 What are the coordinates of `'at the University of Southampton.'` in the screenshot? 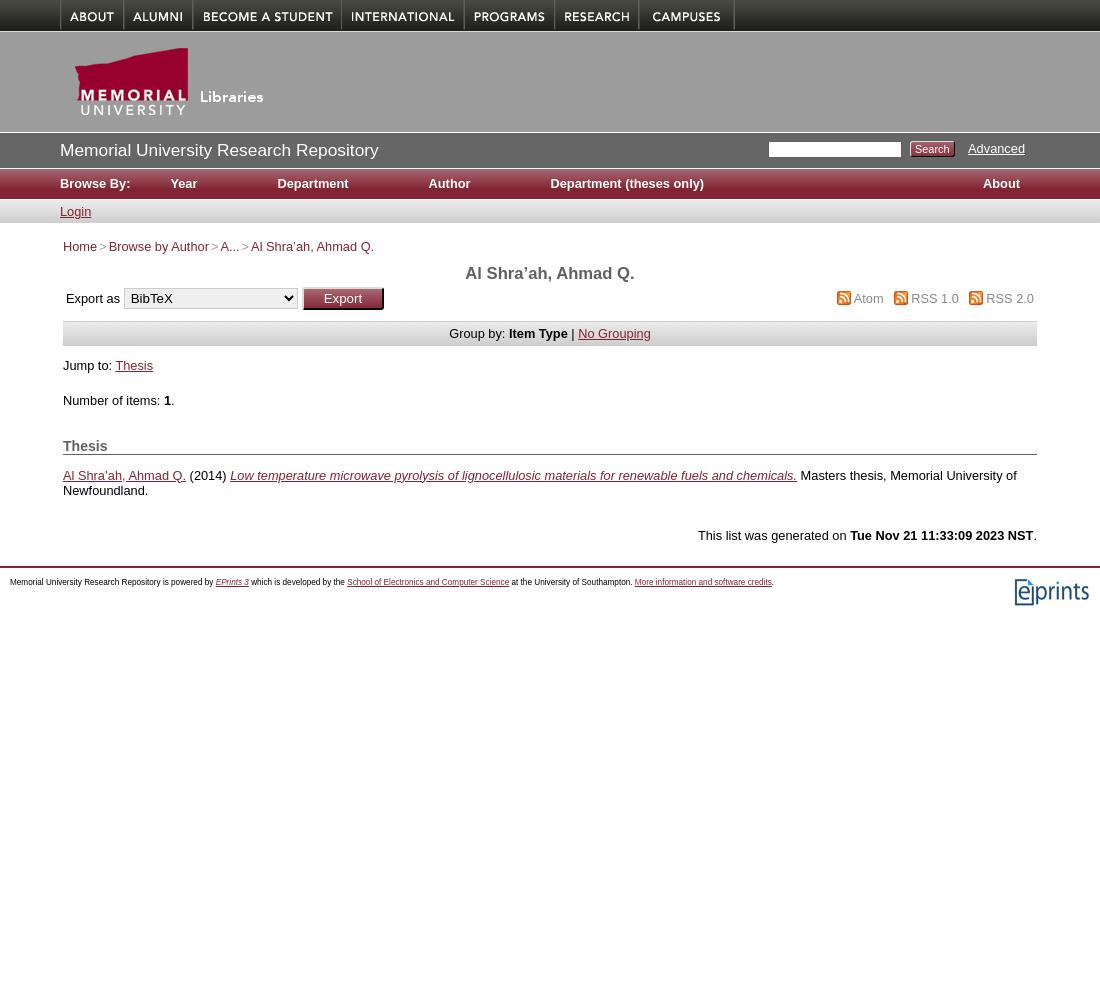 It's located at (570, 581).